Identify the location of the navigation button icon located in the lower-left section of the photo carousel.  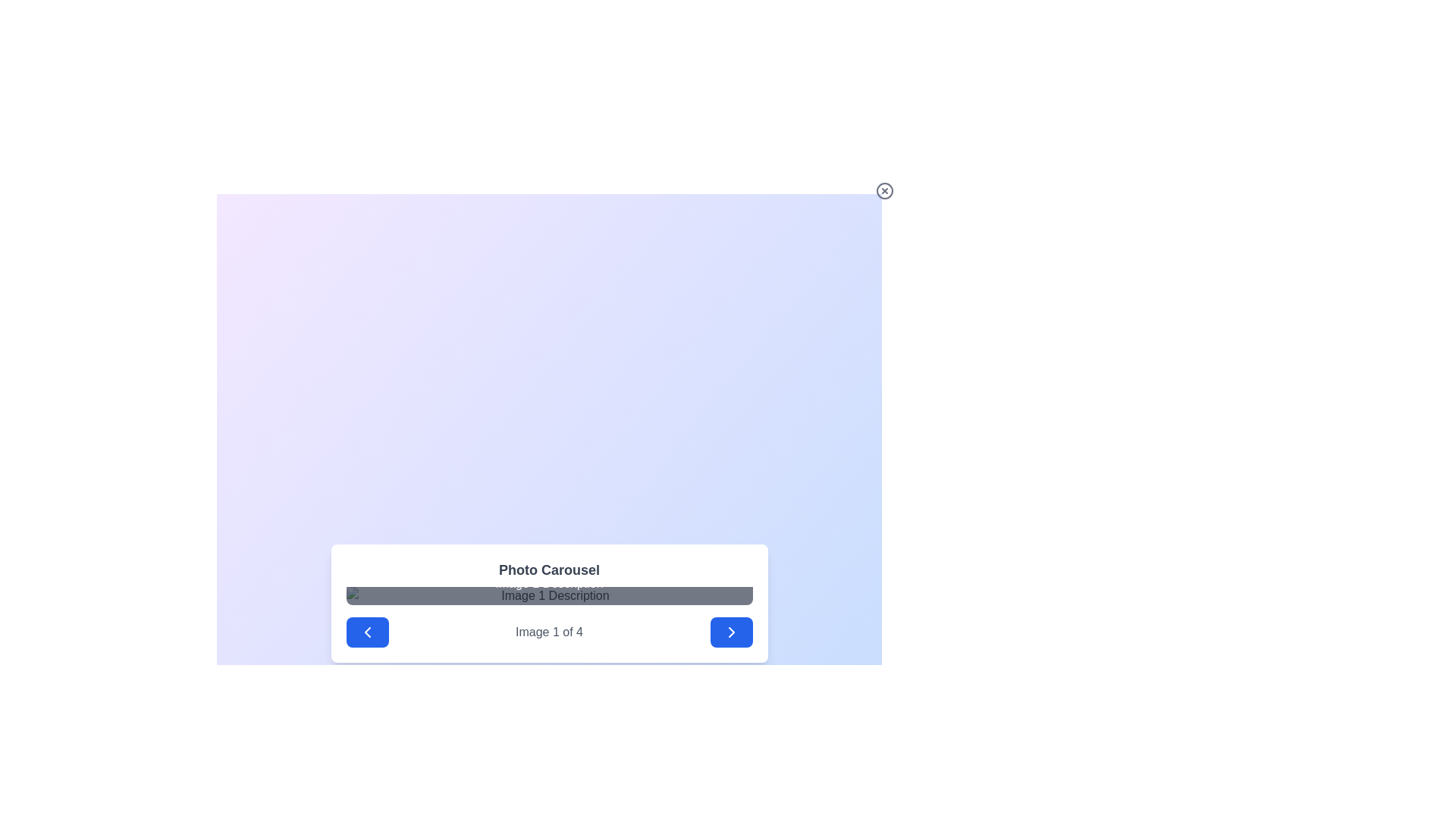
(367, 632).